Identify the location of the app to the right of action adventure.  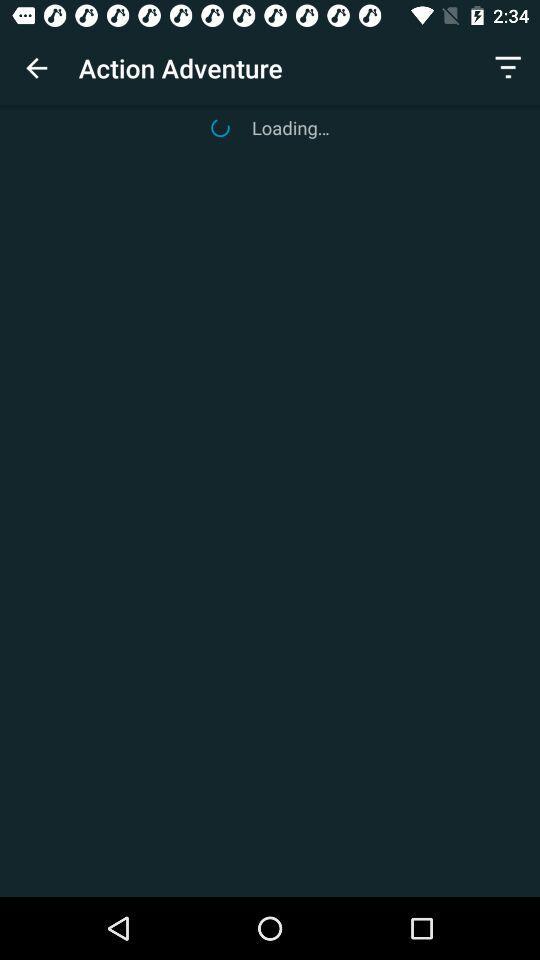
(508, 68).